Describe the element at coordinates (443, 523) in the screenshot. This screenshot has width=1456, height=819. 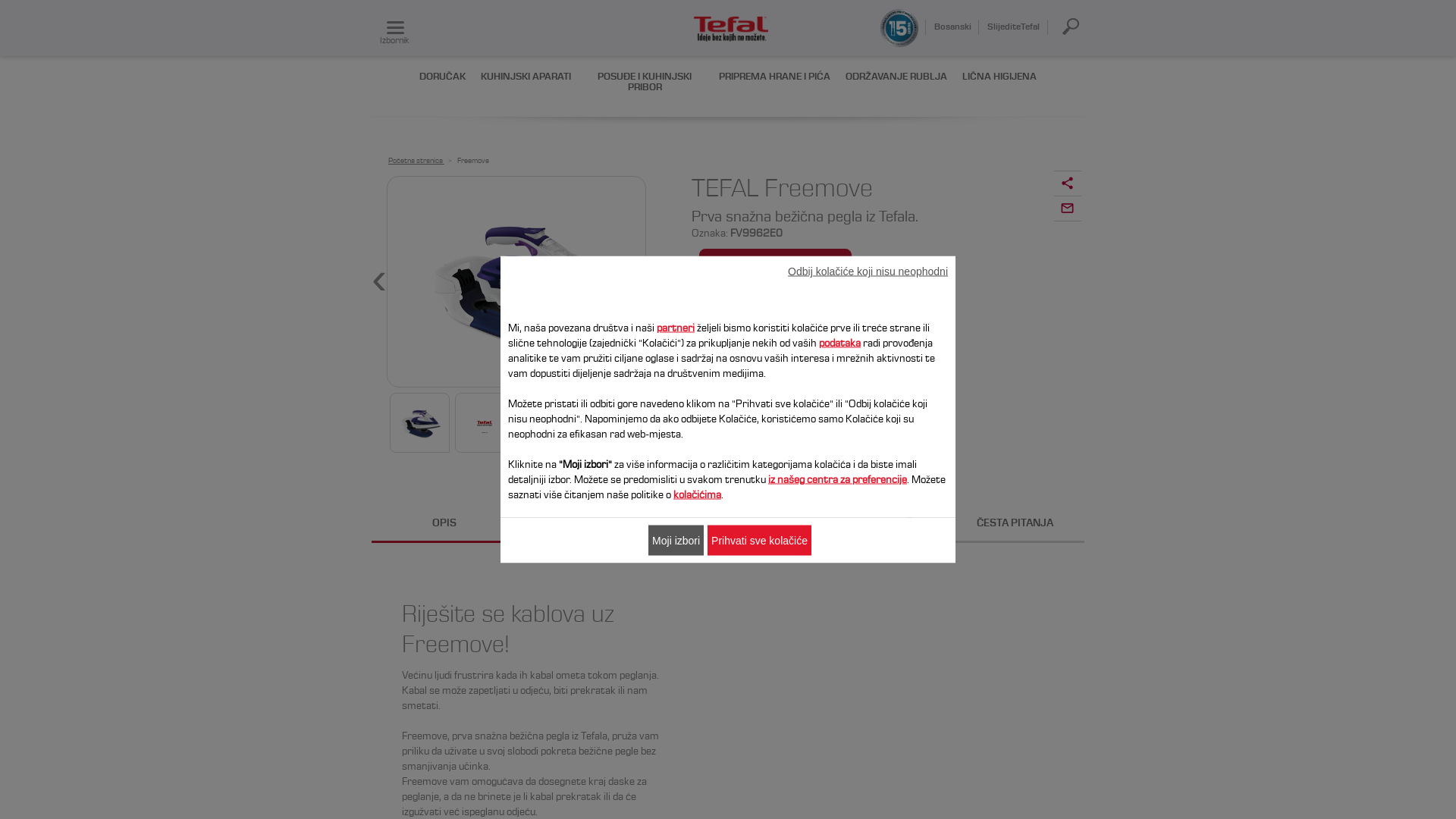
I see `'OPIS'` at that location.